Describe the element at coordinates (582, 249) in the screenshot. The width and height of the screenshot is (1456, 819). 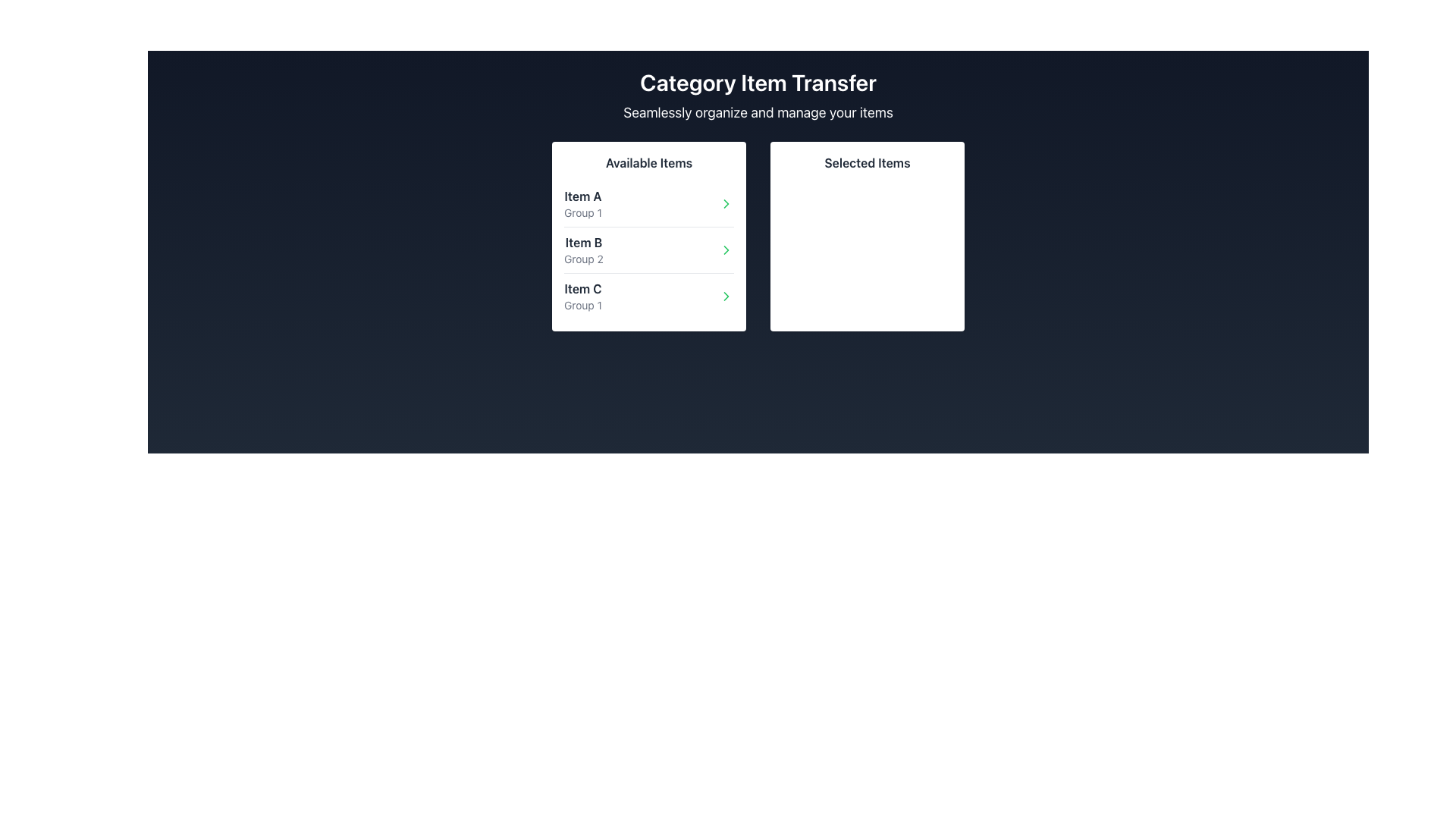
I see `the static text display showing 'Item B' with a description 'Group 2', located in the 'Available Items' section as the second item in the list` at that location.